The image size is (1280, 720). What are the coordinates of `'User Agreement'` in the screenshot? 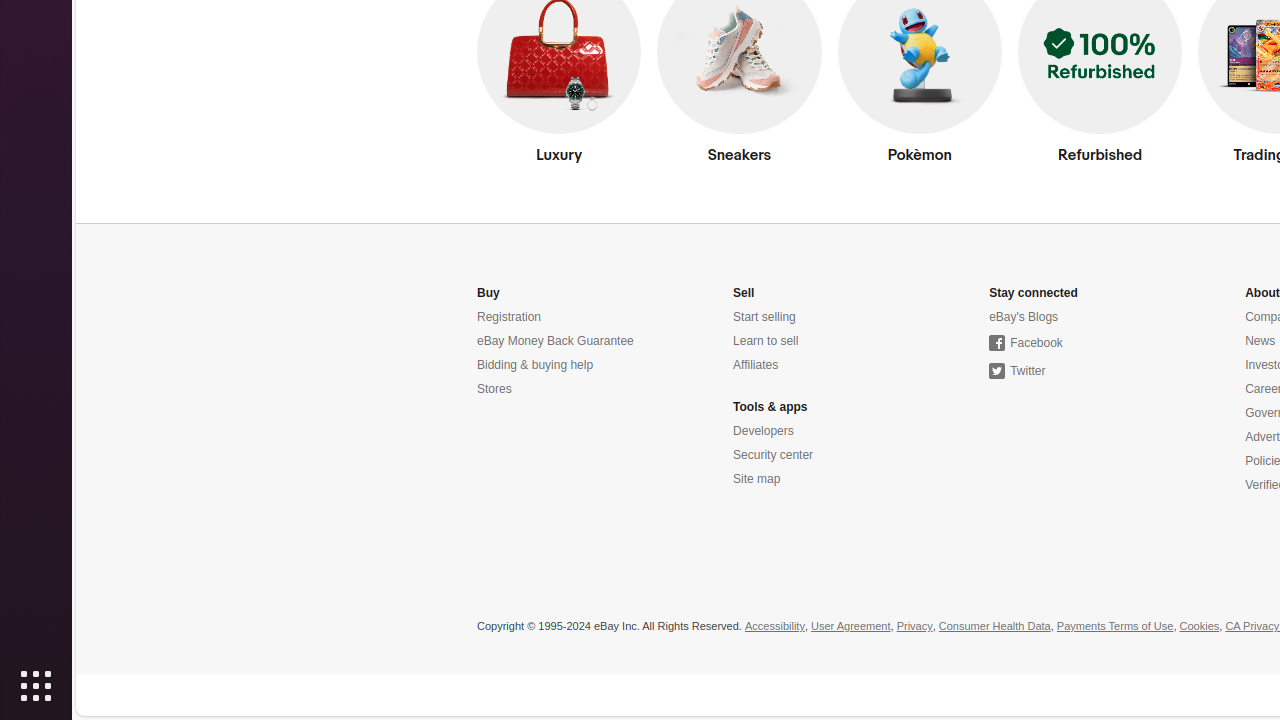 It's located at (850, 625).